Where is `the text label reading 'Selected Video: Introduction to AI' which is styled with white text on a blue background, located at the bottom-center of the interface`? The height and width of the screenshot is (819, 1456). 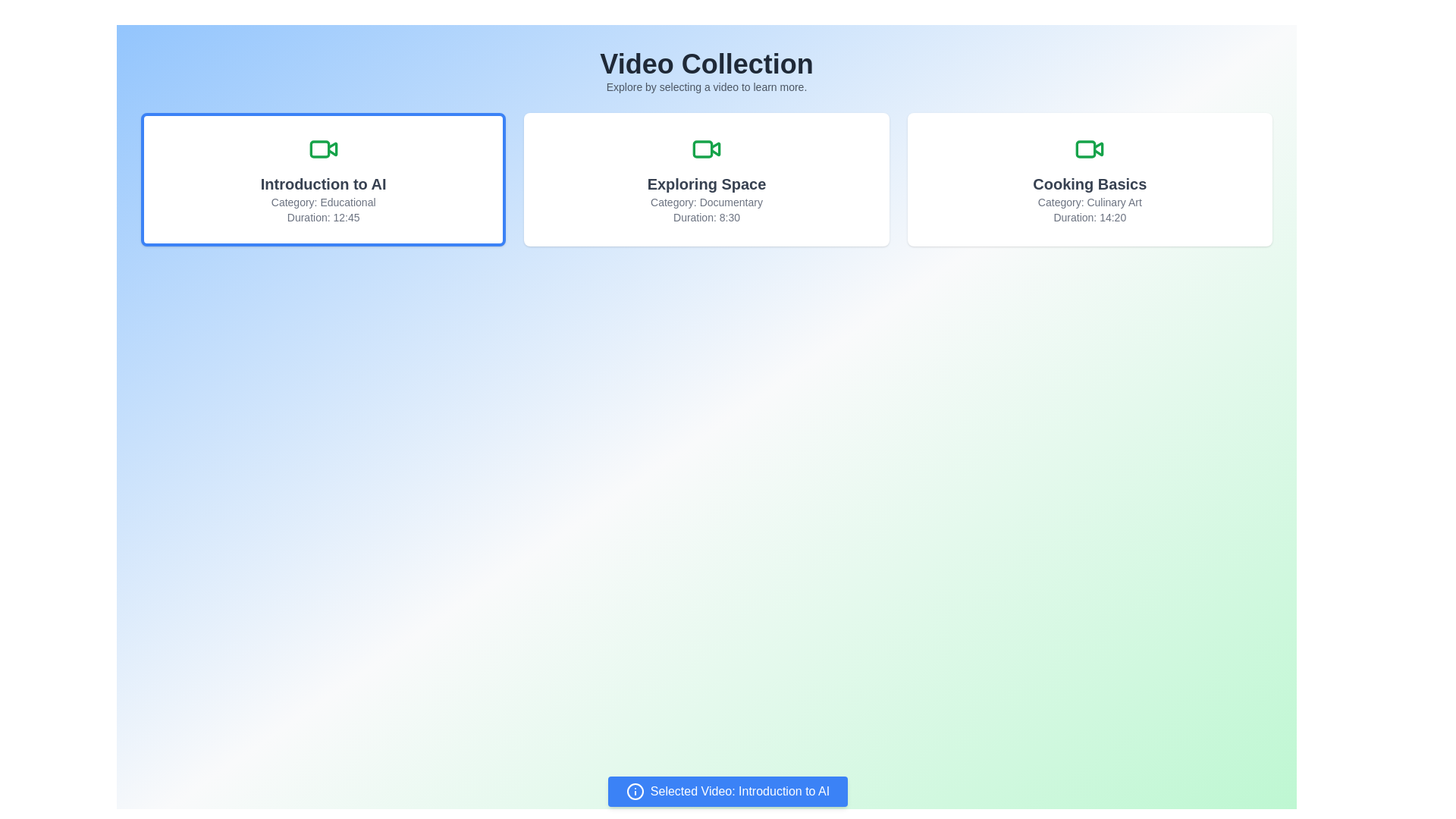 the text label reading 'Selected Video: Introduction to AI' which is styled with white text on a blue background, located at the bottom-center of the interface is located at coordinates (739, 791).